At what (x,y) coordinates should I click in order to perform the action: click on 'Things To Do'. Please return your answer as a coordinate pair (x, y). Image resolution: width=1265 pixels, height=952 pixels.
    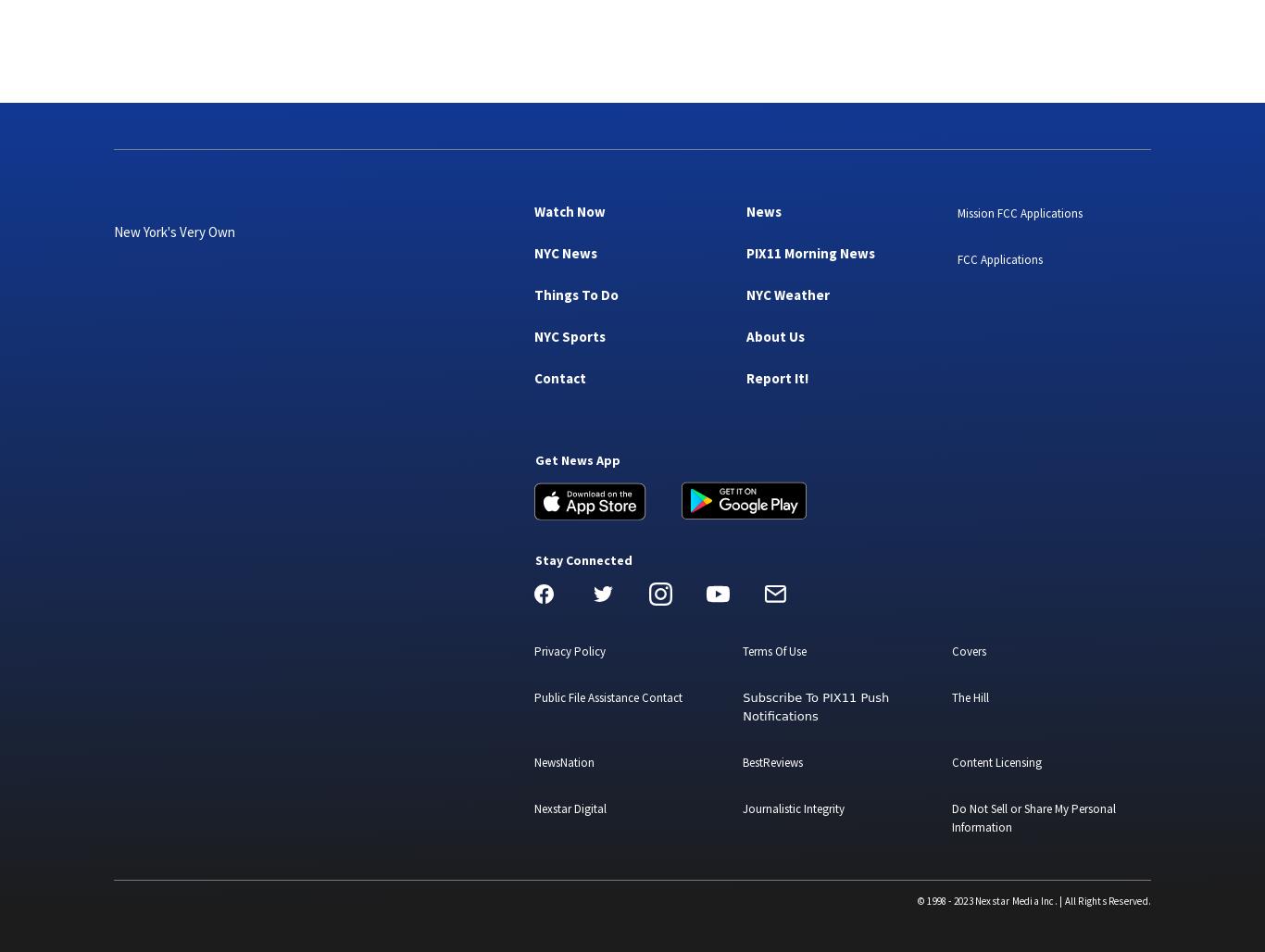
    Looking at the image, I should click on (575, 294).